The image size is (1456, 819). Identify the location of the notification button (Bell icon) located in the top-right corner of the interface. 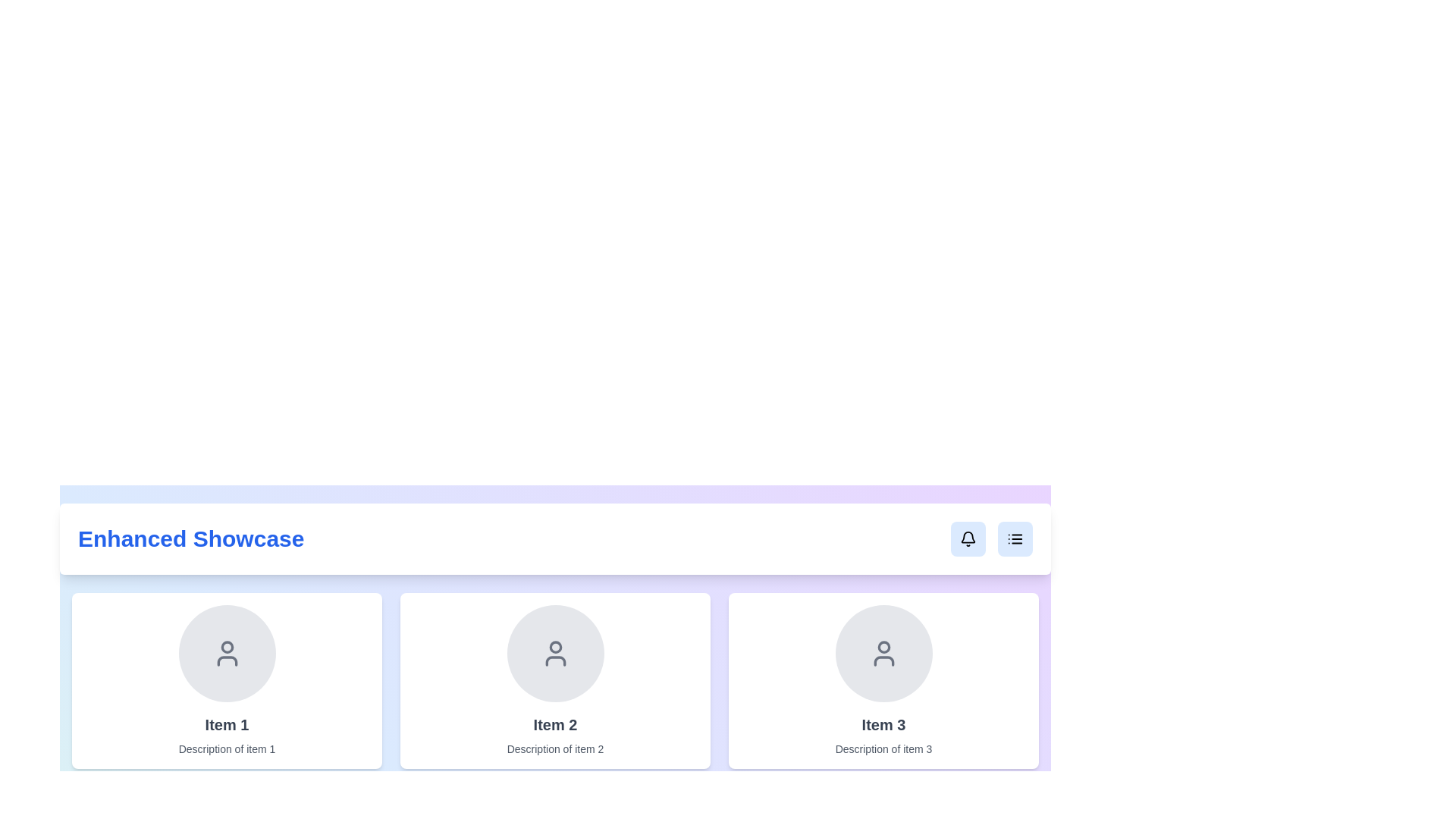
(967, 538).